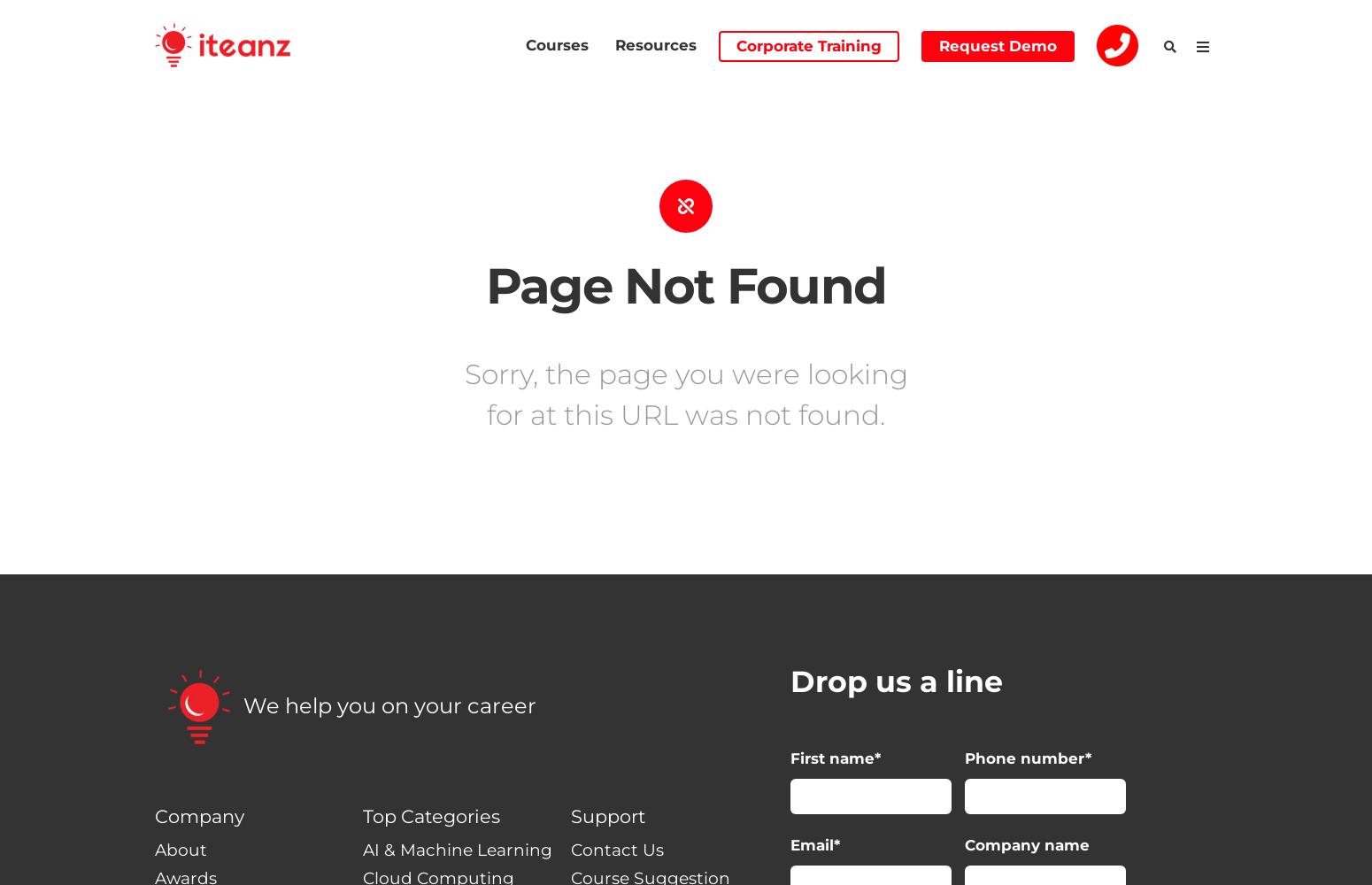  Describe the element at coordinates (811, 843) in the screenshot. I see `'Email'` at that location.